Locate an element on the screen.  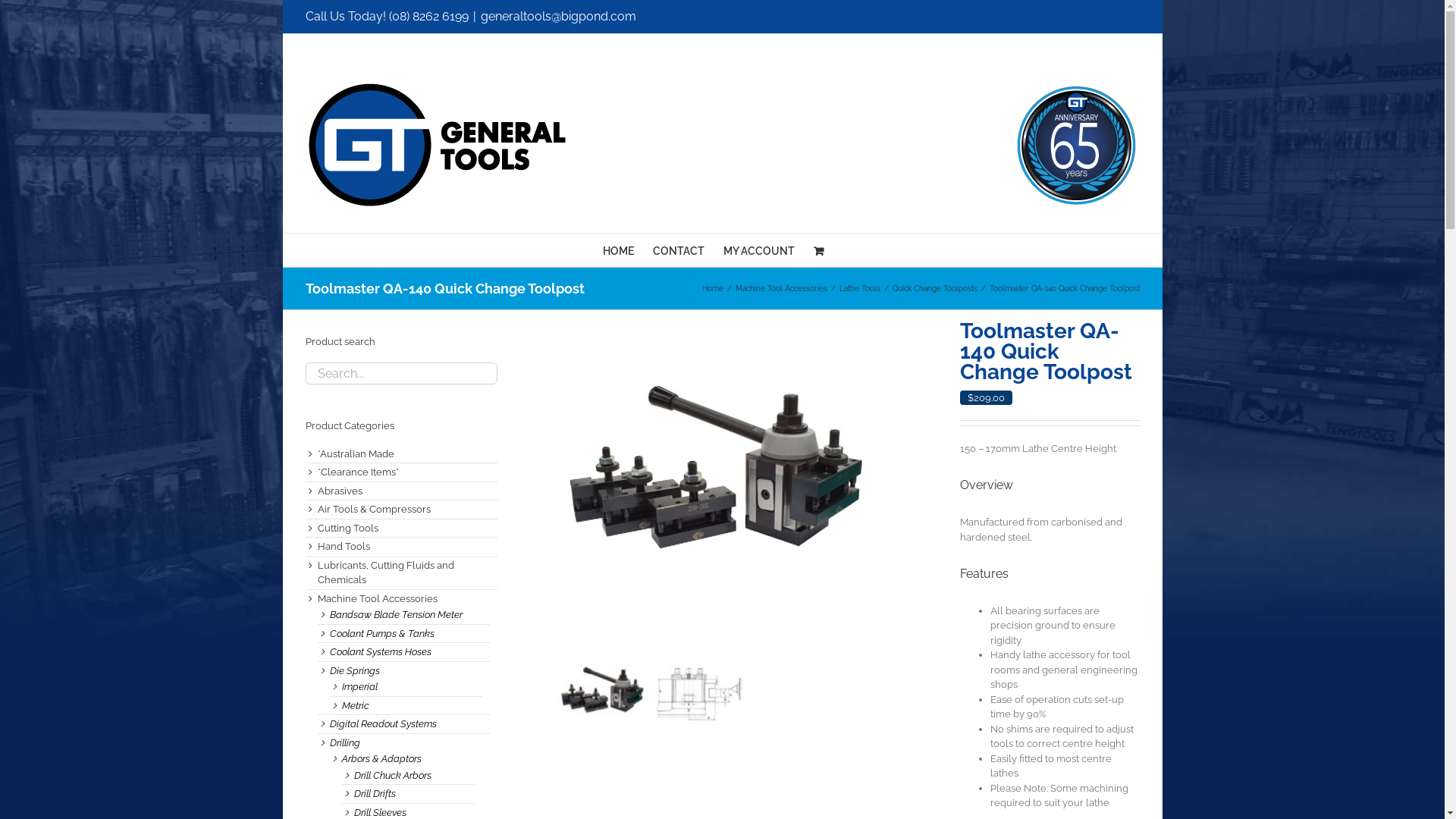
'Drill Chuck Arbors' is located at coordinates (352, 775).